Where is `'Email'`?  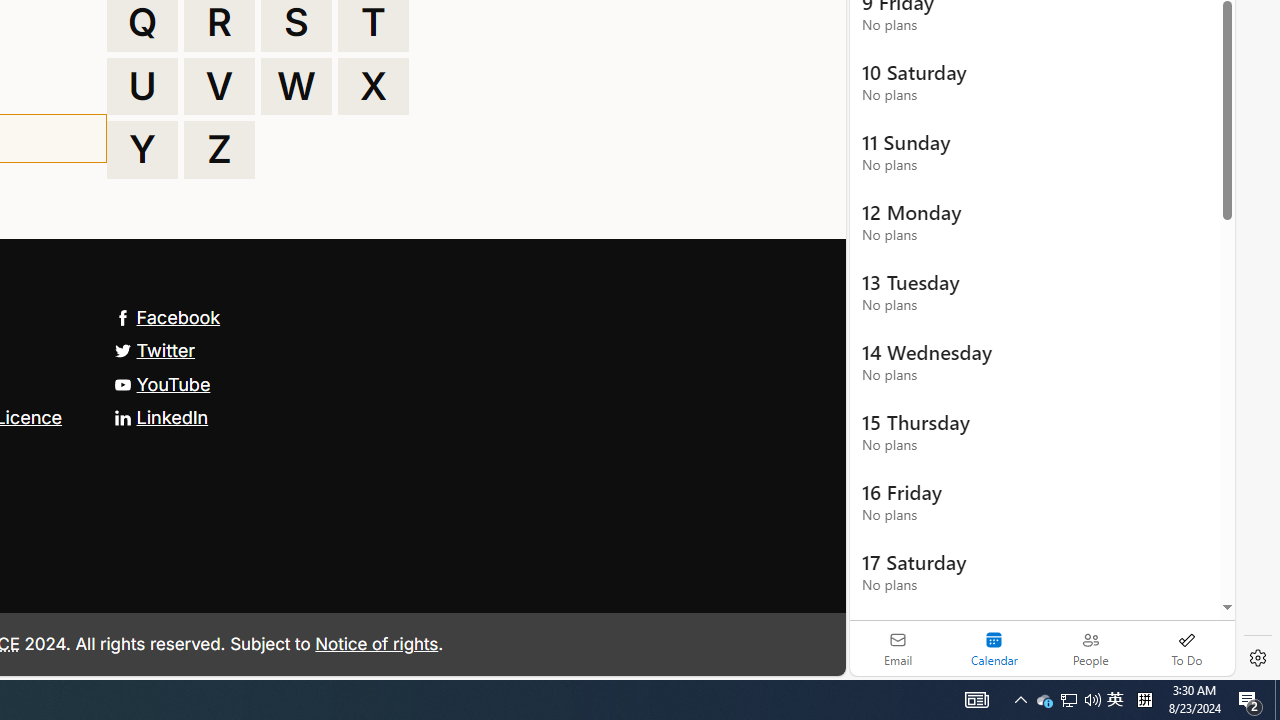 'Email' is located at coordinates (897, 648).